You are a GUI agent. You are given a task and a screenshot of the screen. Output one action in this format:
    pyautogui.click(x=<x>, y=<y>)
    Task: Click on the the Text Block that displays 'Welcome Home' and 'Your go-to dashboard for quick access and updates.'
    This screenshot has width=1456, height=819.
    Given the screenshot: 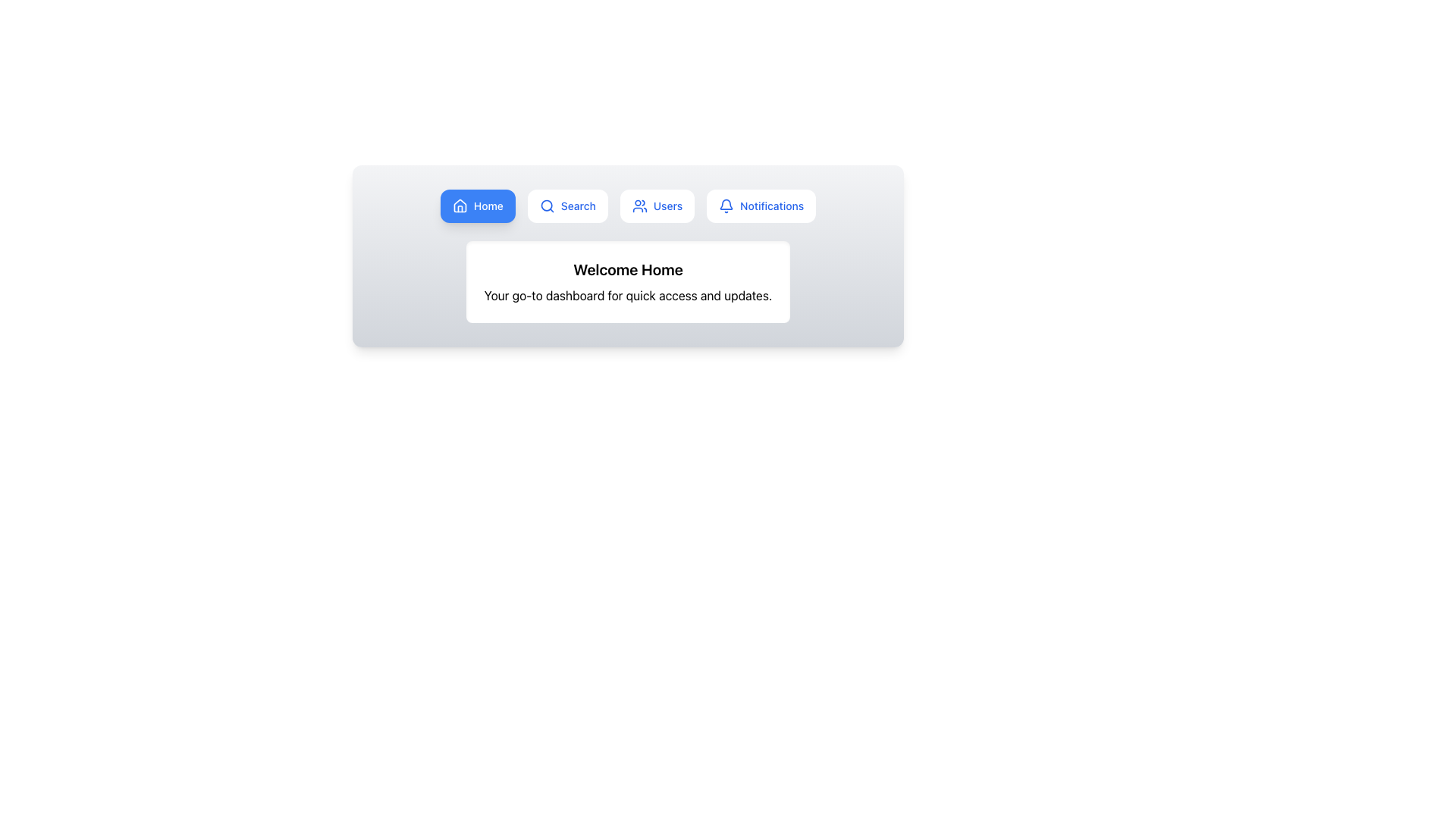 What is the action you would take?
    pyautogui.click(x=628, y=281)
    